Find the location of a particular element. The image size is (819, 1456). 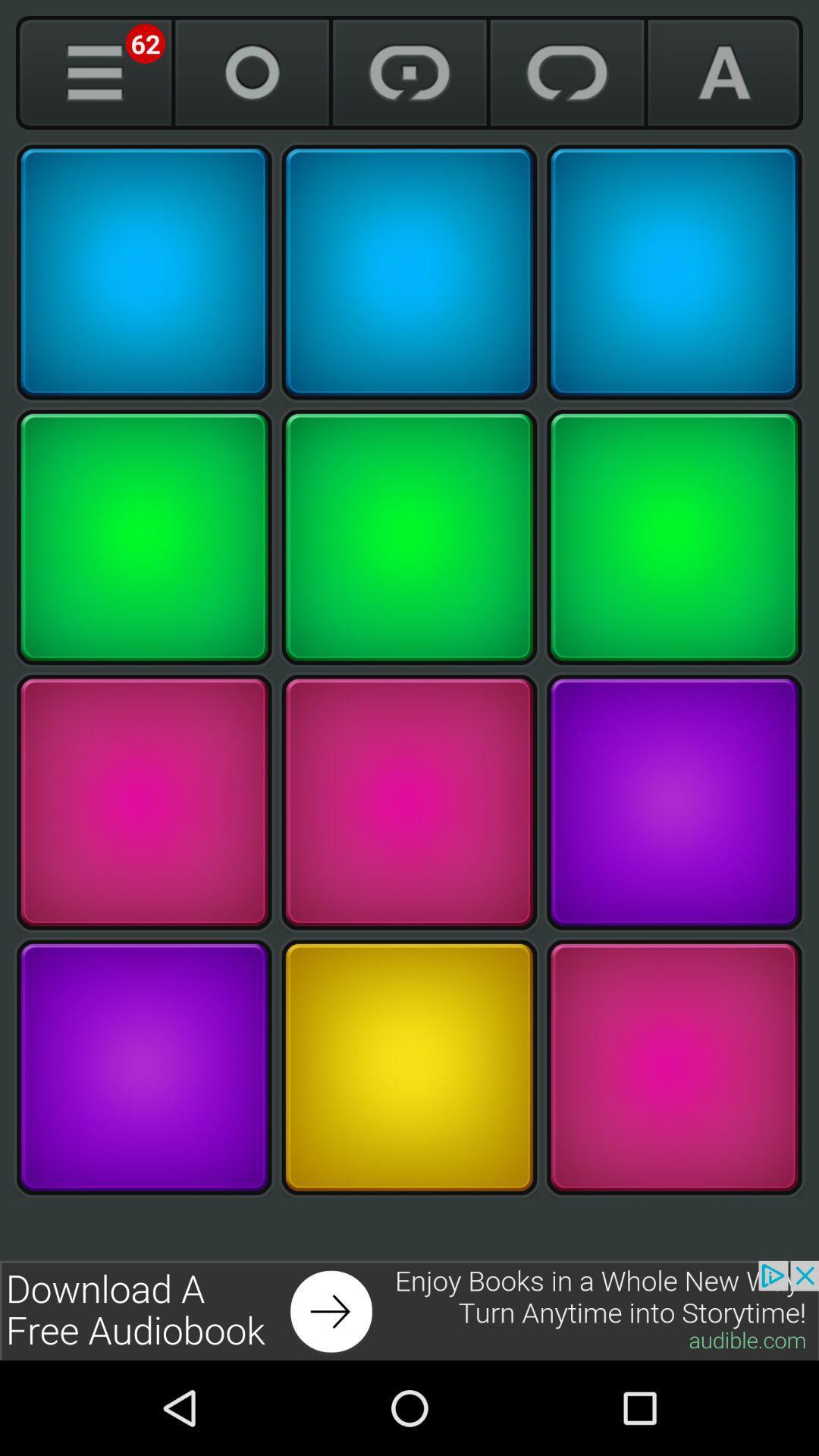

font selection is located at coordinates (723, 72).